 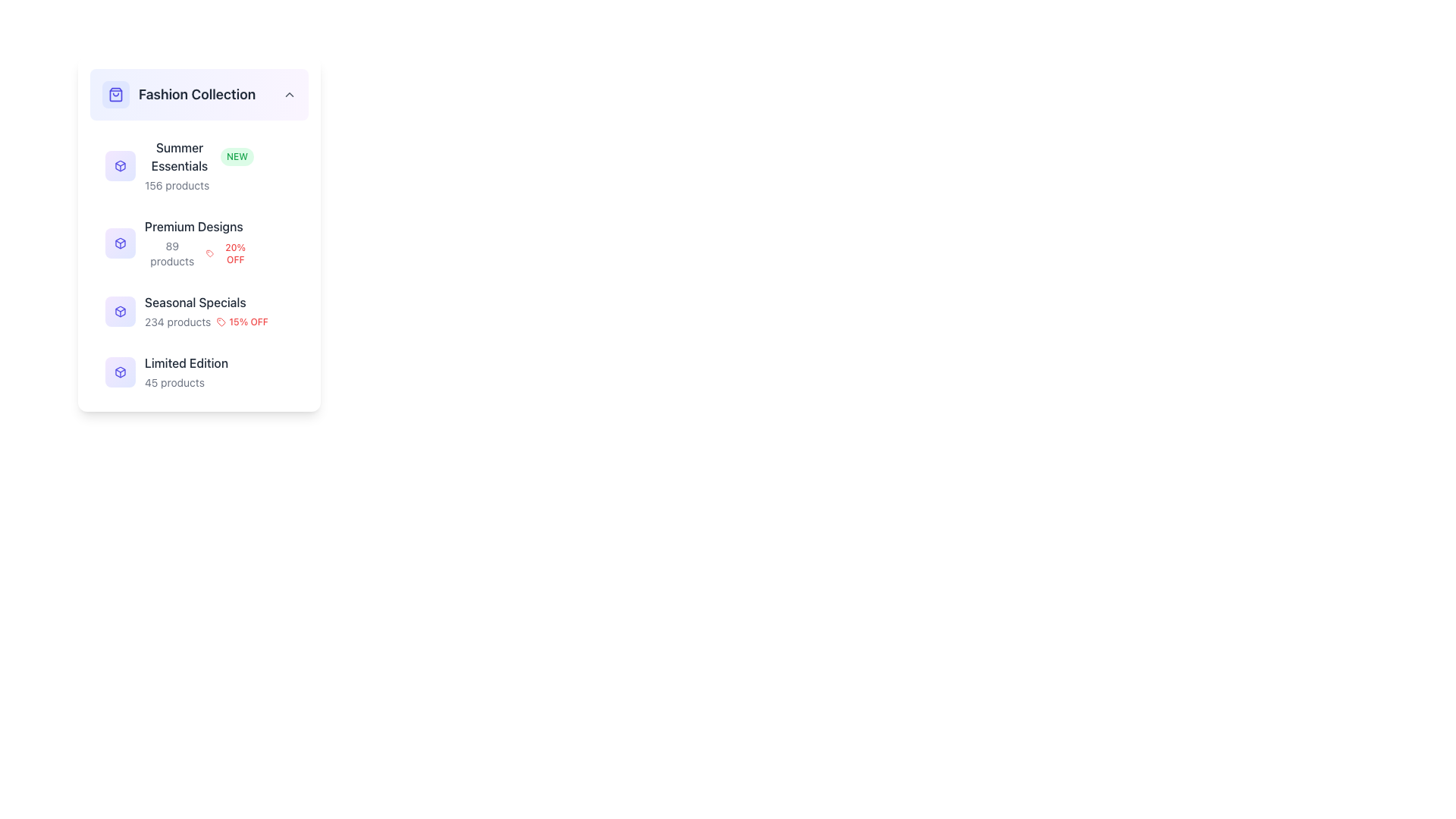 I want to click on the Textual Information Group containing product categories like 'Summer Essentials', 'Premium Designs', and 'Seasonal Specials', so click(x=199, y=263).